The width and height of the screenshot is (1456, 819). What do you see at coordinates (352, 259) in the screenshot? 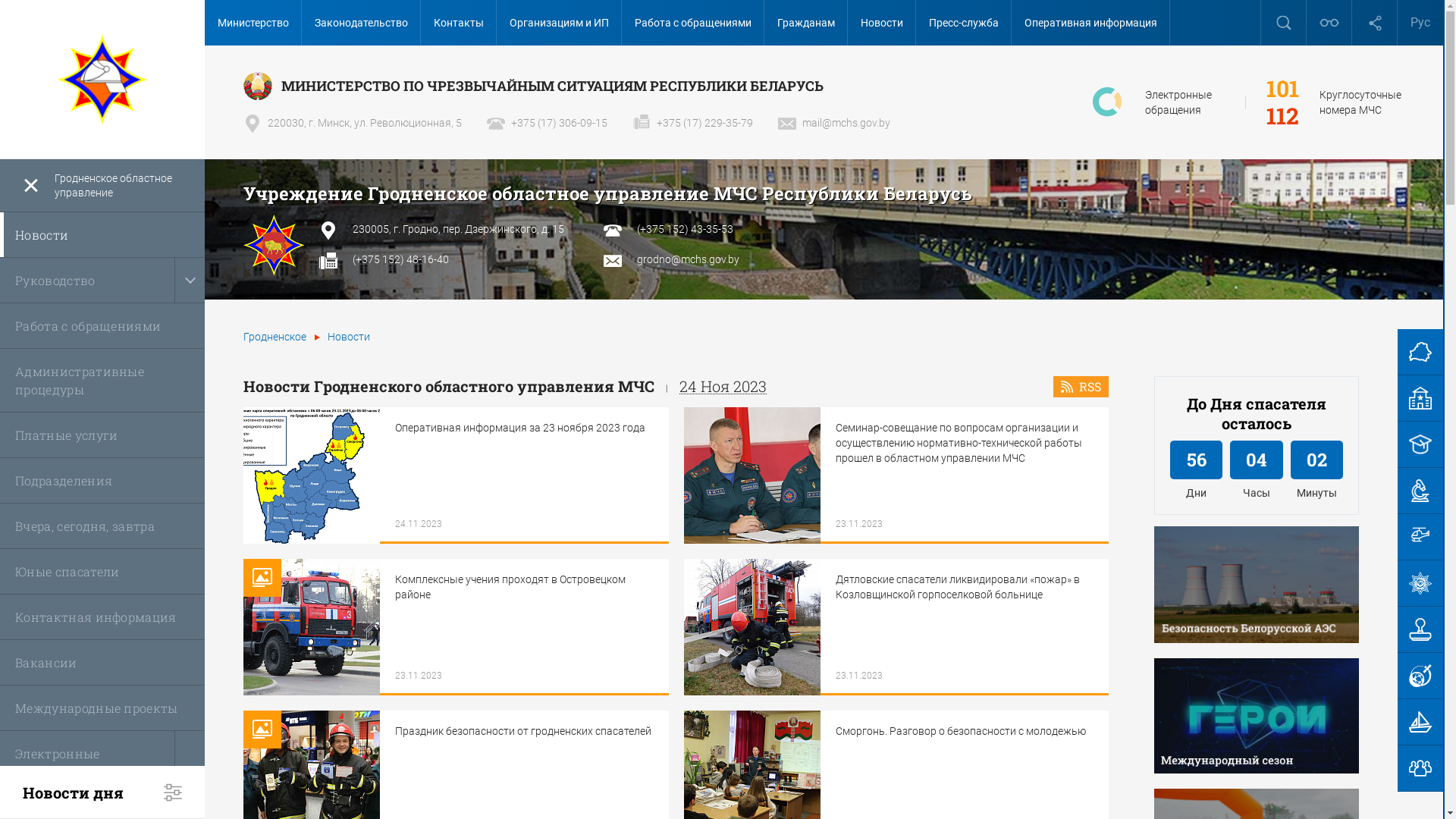
I see `'(+375 152) 48-16-40'` at bounding box center [352, 259].